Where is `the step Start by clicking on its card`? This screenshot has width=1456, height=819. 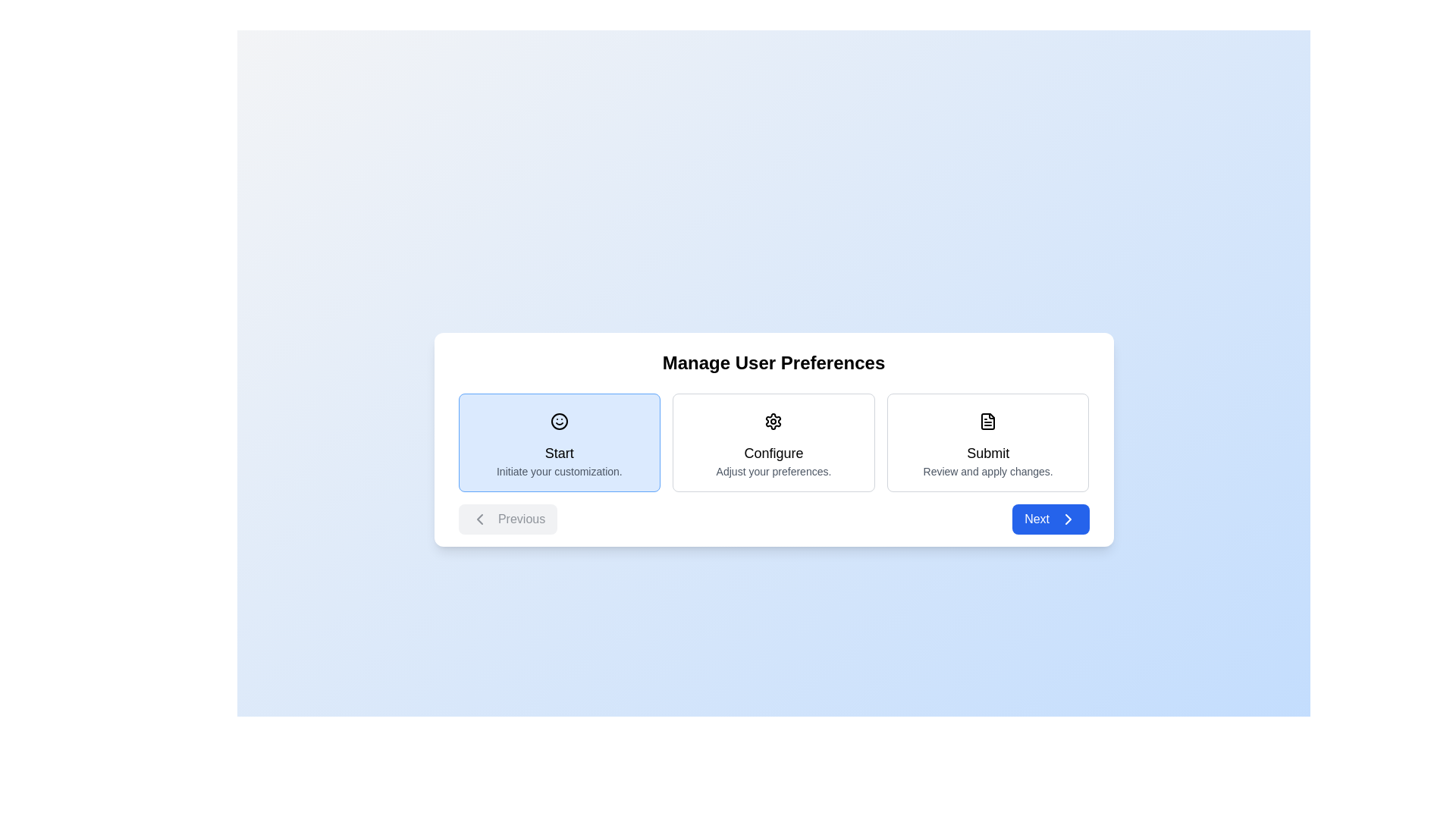
the step Start by clicking on its card is located at coordinates (558, 442).